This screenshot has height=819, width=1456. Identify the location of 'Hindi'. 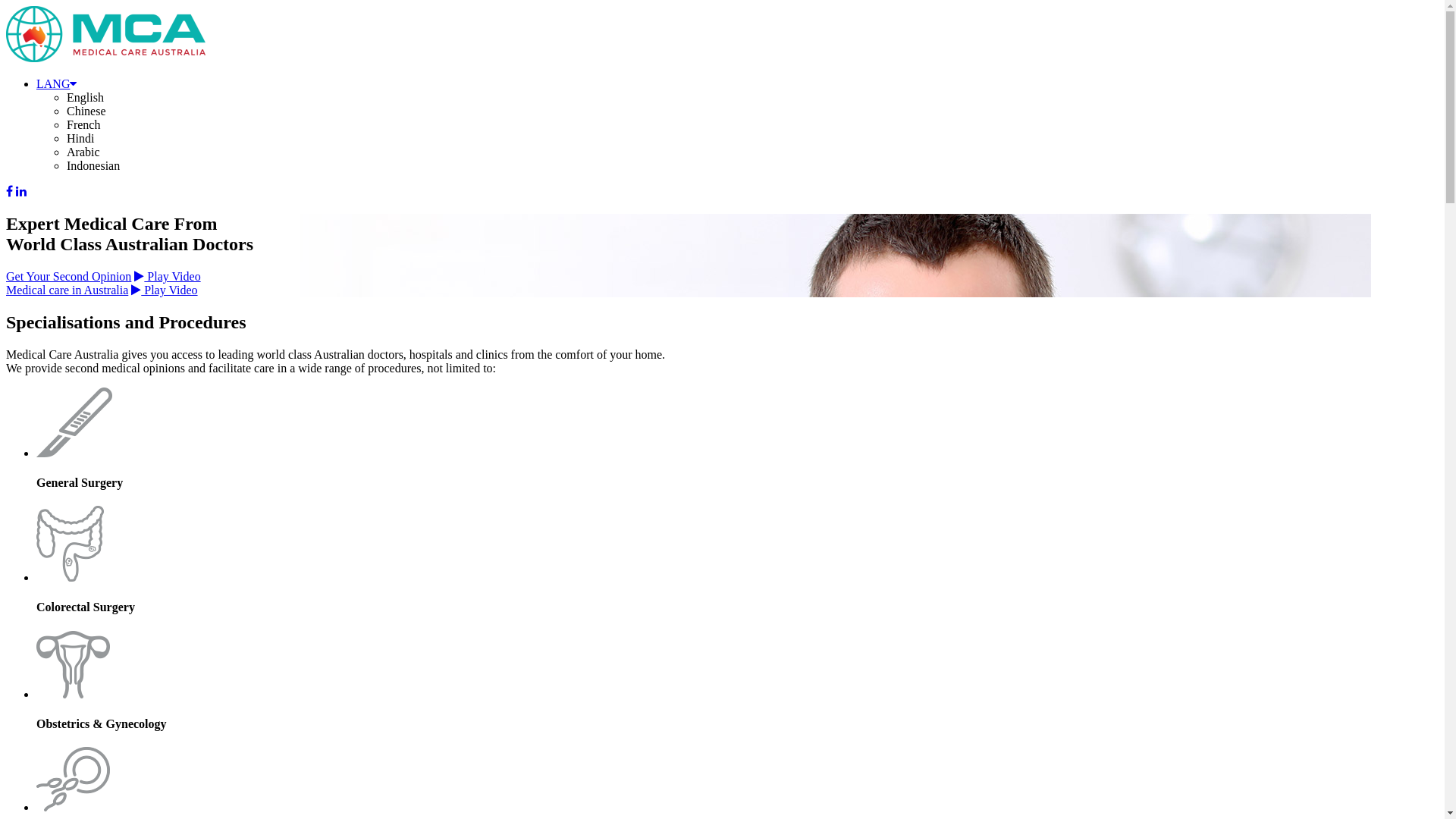
(79, 138).